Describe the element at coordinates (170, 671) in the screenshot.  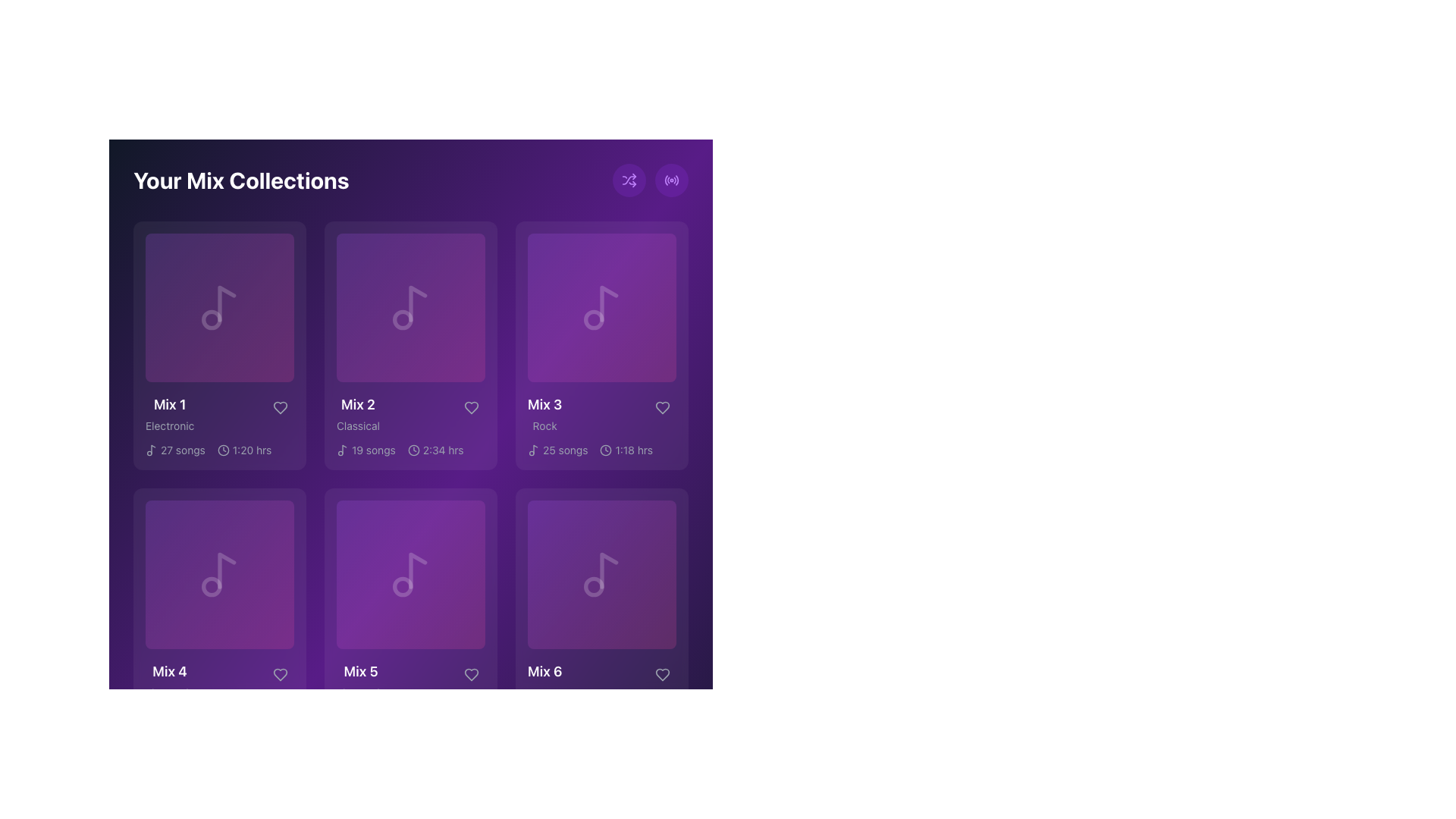
I see `the text element displaying 'Mix 4' in a bold white font against a purple background, located in the bottom-left section of the layout grid, above the caption 'Electronic'` at that location.